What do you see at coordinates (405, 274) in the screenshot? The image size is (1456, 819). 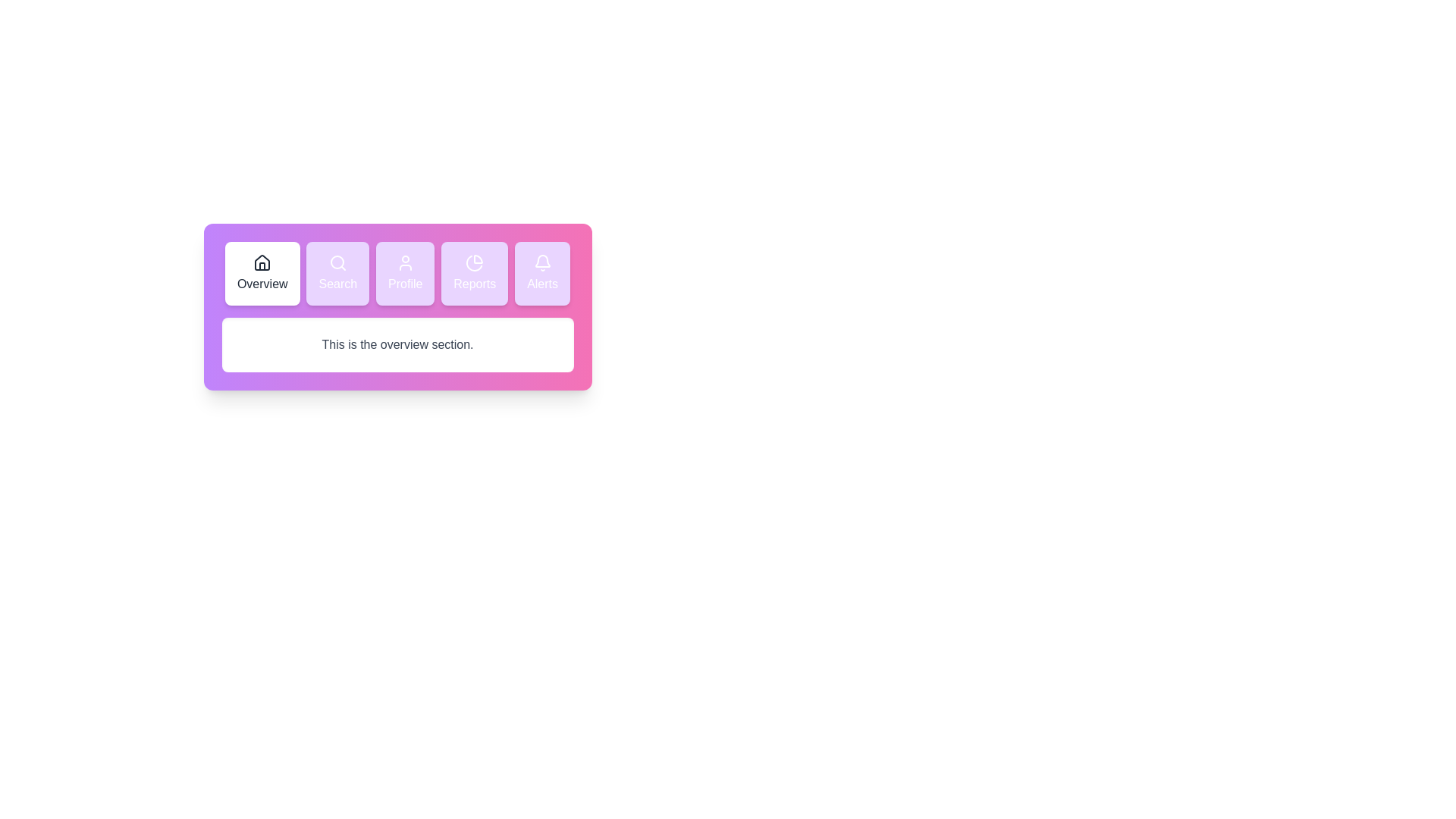 I see `the user's profile or account settings button` at bounding box center [405, 274].